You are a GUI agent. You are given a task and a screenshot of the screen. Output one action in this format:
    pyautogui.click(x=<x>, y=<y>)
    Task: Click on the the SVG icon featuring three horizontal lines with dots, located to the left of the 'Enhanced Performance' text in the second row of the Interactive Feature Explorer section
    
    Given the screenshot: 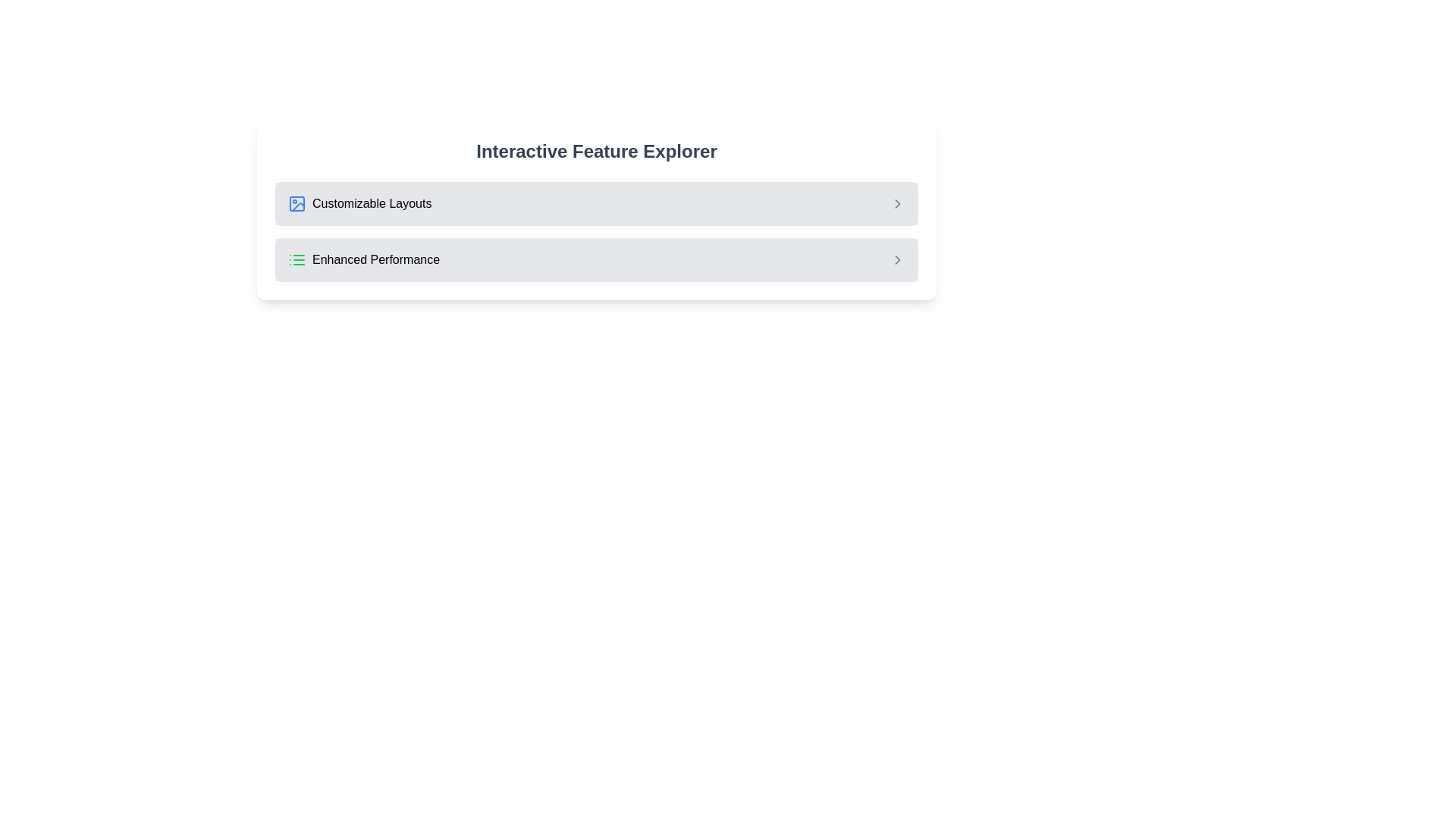 What is the action you would take?
    pyautogui.click(x=297, y=259)
    